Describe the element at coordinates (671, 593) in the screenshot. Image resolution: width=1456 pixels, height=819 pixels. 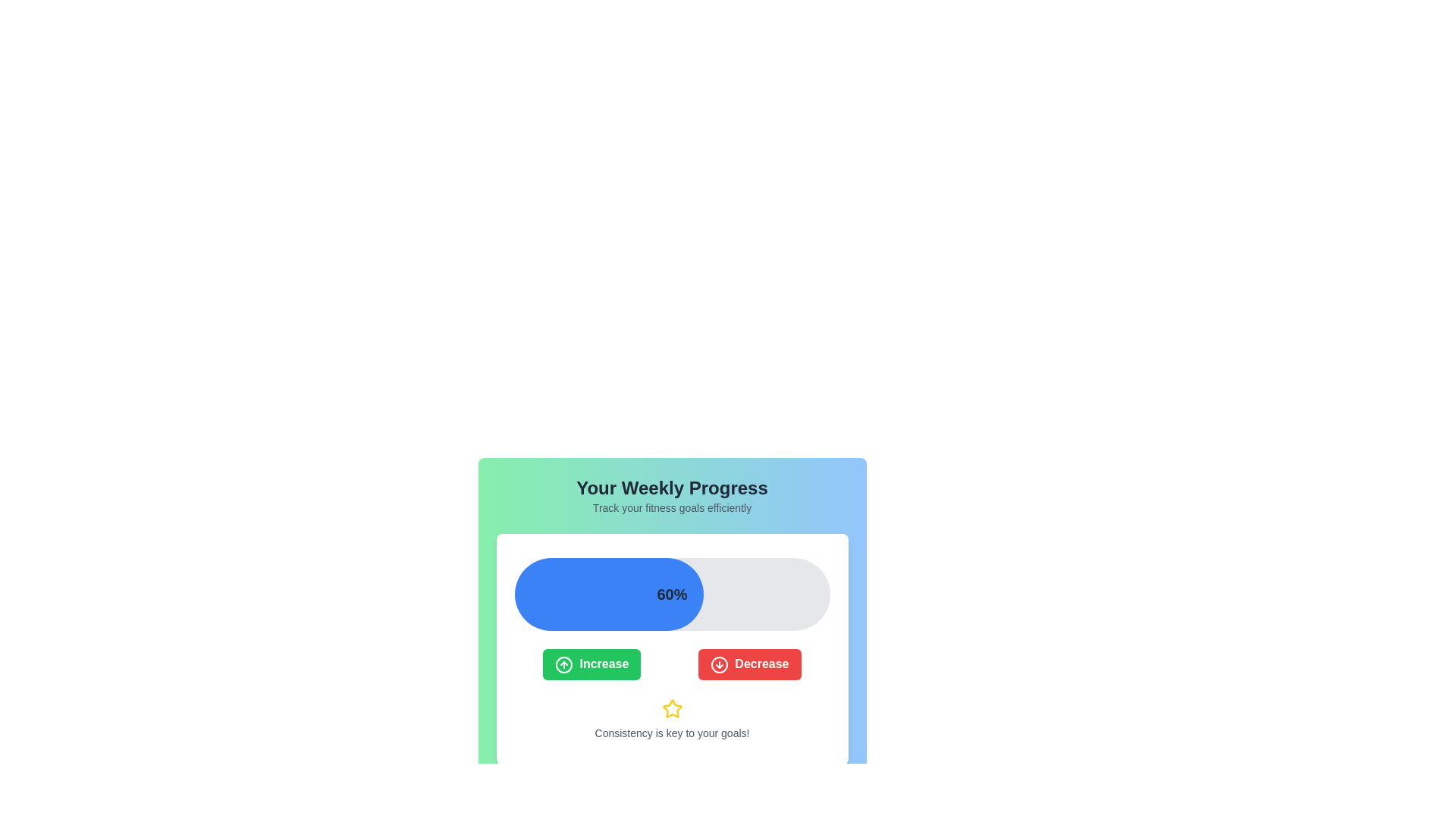
I see `the Progress Bar which indicates 60% completion, located within a white card above the 'Increase' and 'Decrease' buttons` at that location.